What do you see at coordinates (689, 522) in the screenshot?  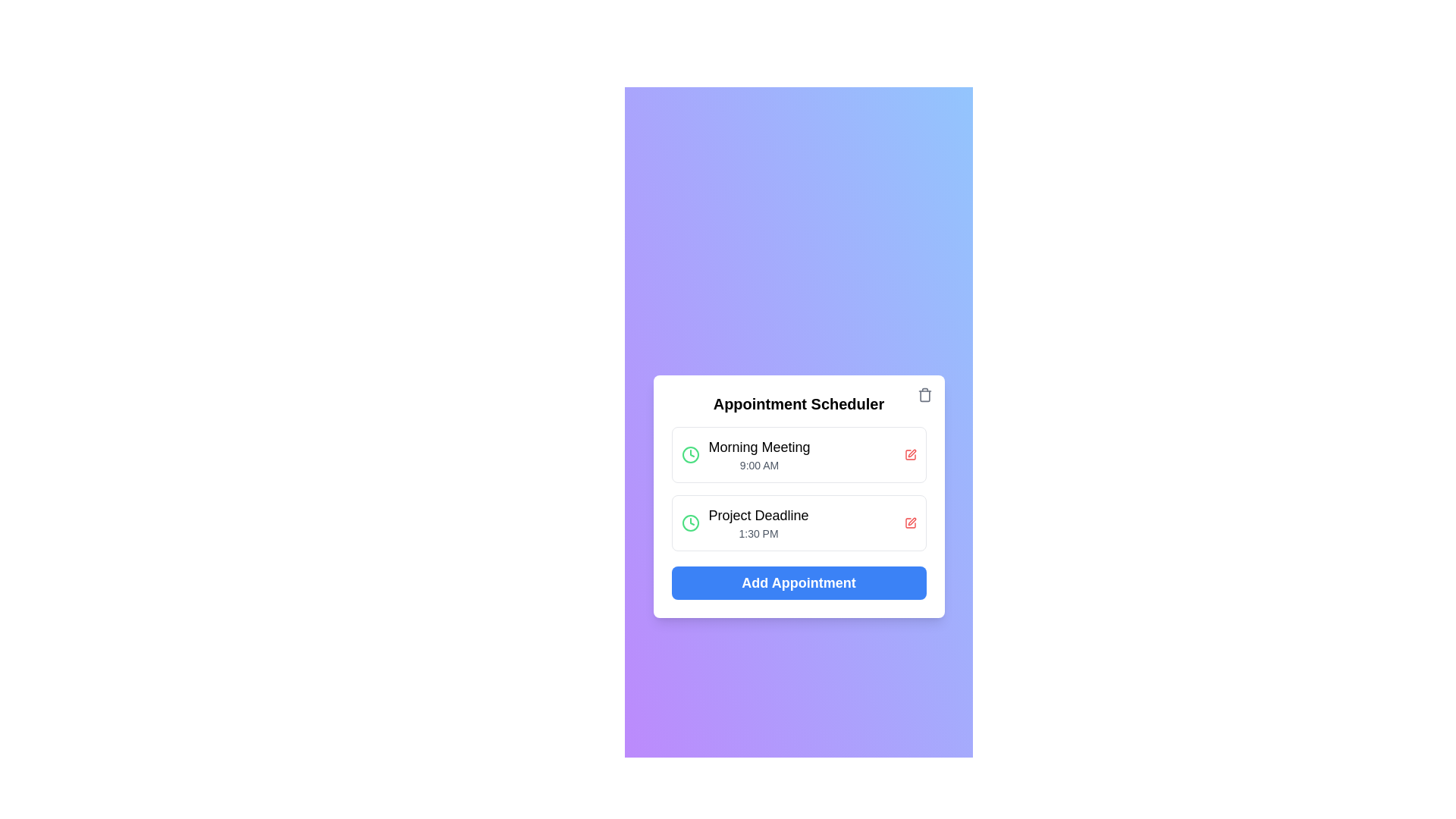 I see `the circular green clock icon located to the left of the text 'Morning Meeting' in the scheduler interface` at bounding box center [689, 522].